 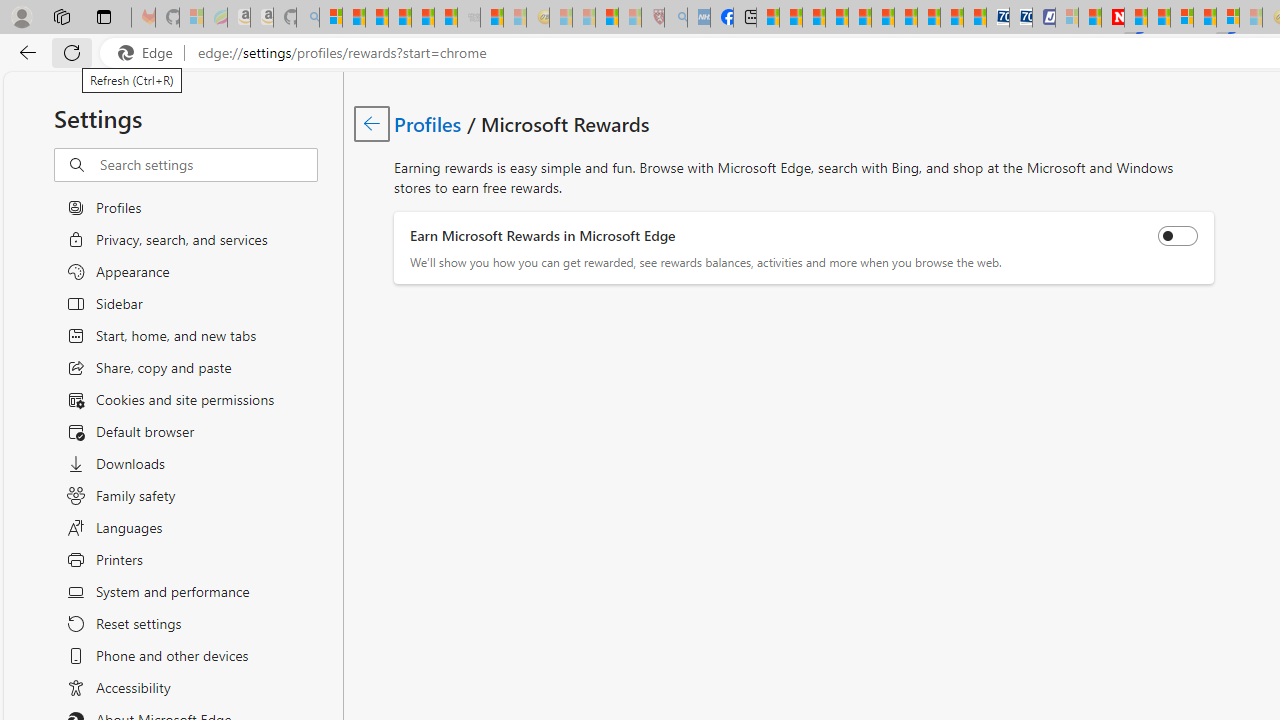 I want to click on 'Class: c01176', so click(x=371, y=123).